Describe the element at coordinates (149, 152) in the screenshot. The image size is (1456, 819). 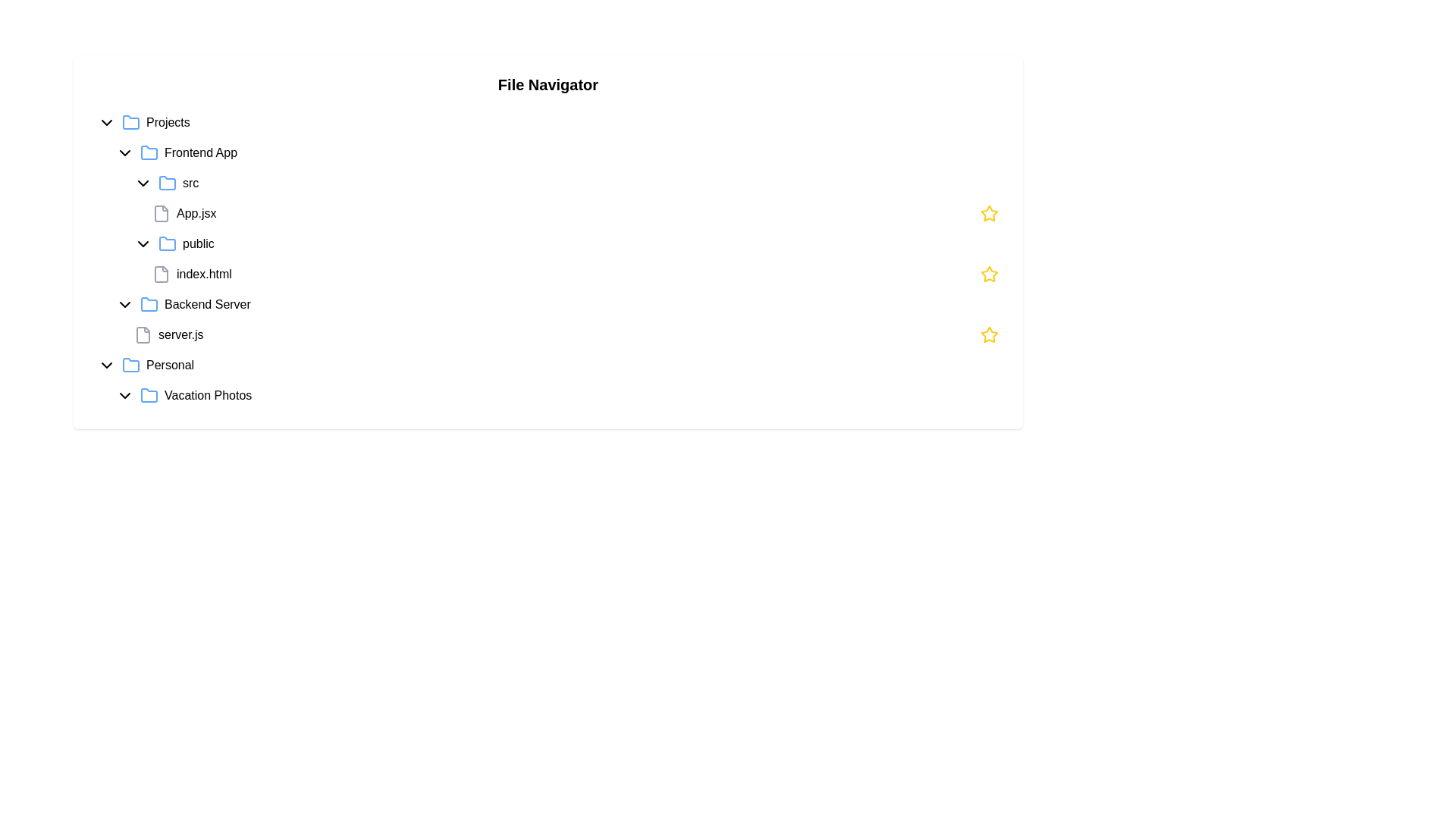
I see `the folder icon located to the left of the text label 'Frontend App'` at that location.